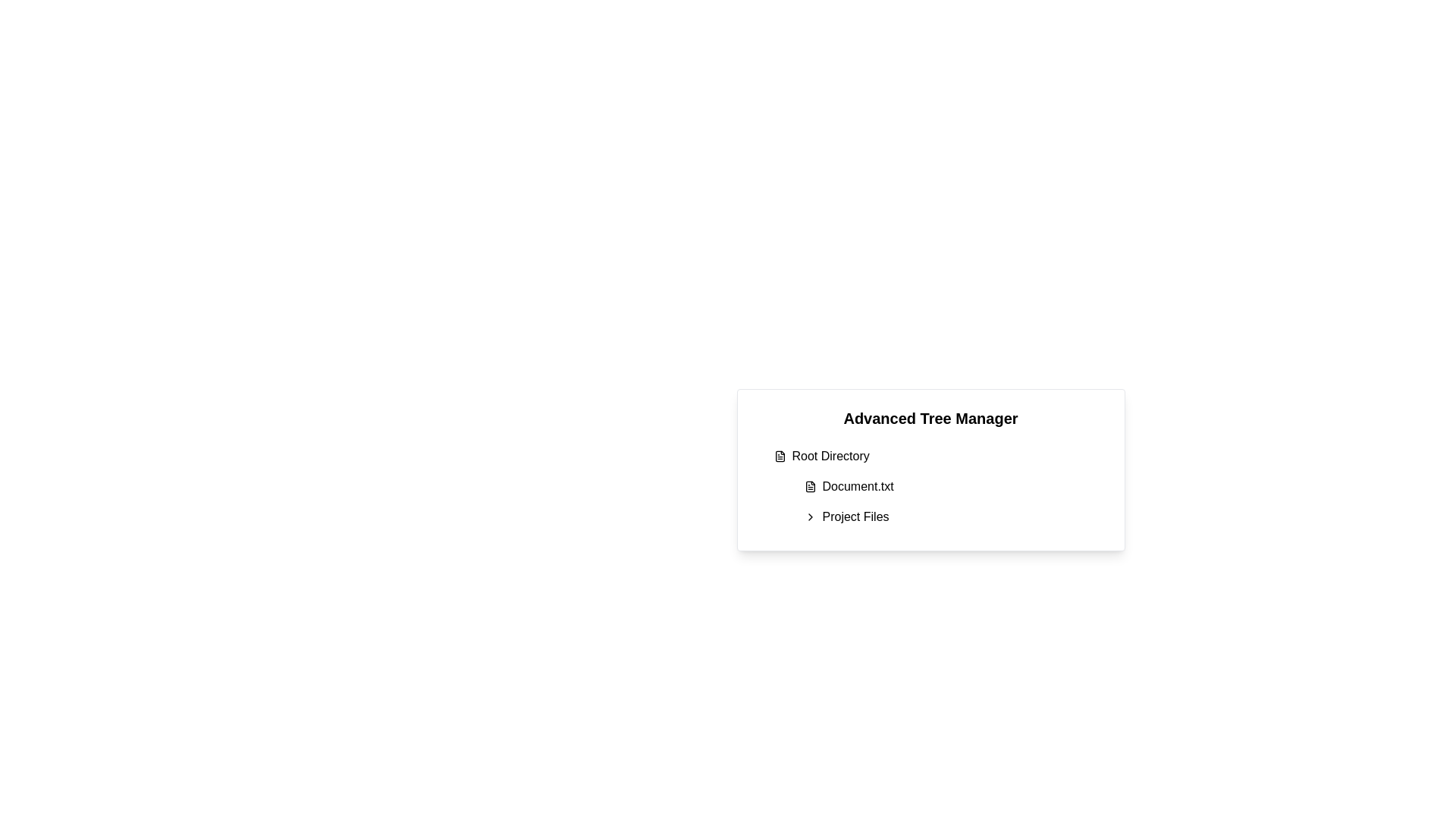  What do you see at coordinates (830, 455) in the screenshot?
I see `the 'Root Directory' label in the navigational tree, which serves as the main label for the root directory and is the first item in the tree structure` at bounding box center [830, 455].